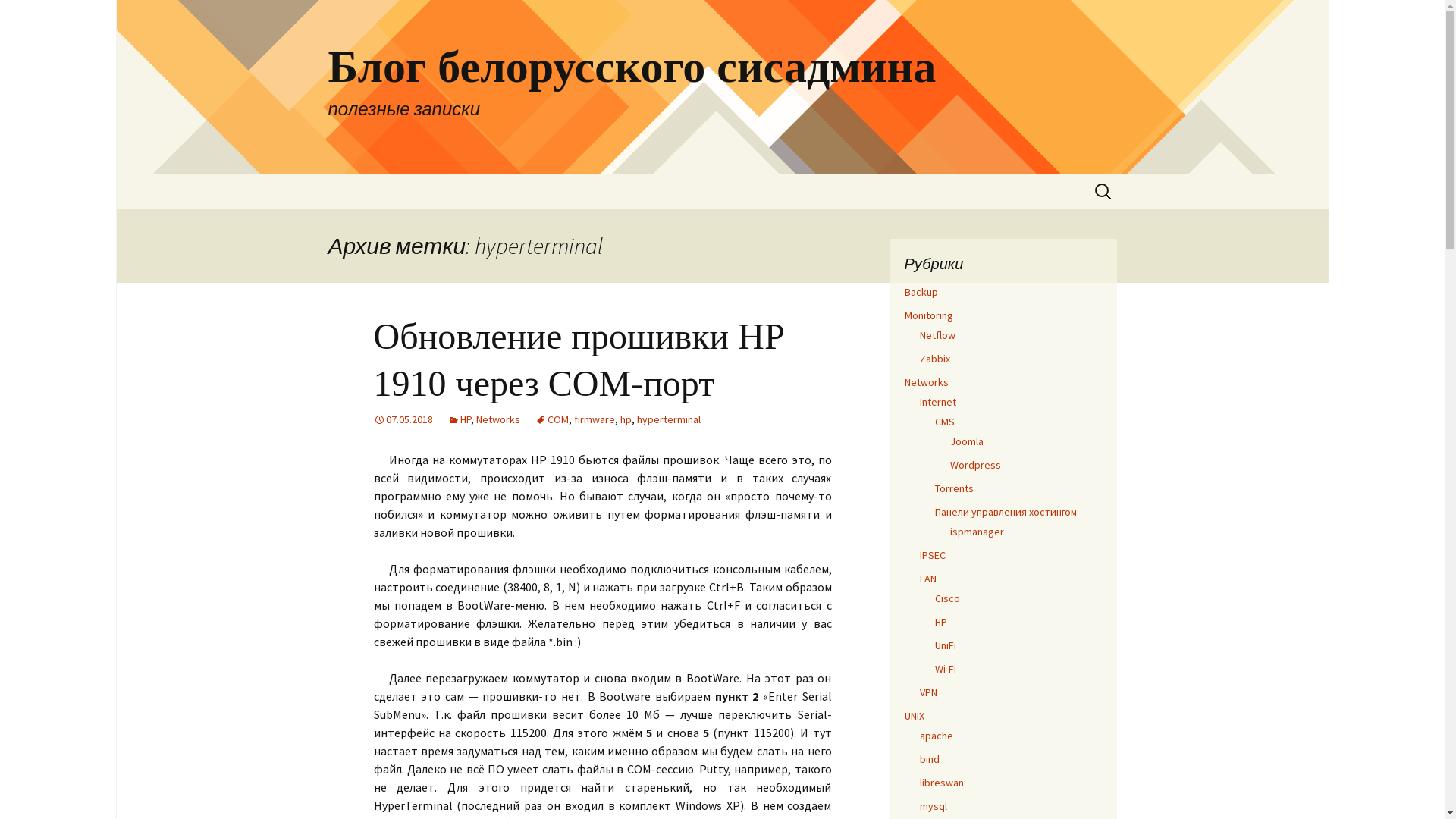  Describe the element at coordinates (918, 759) in the screenshot. I see `'bind'` at that location.